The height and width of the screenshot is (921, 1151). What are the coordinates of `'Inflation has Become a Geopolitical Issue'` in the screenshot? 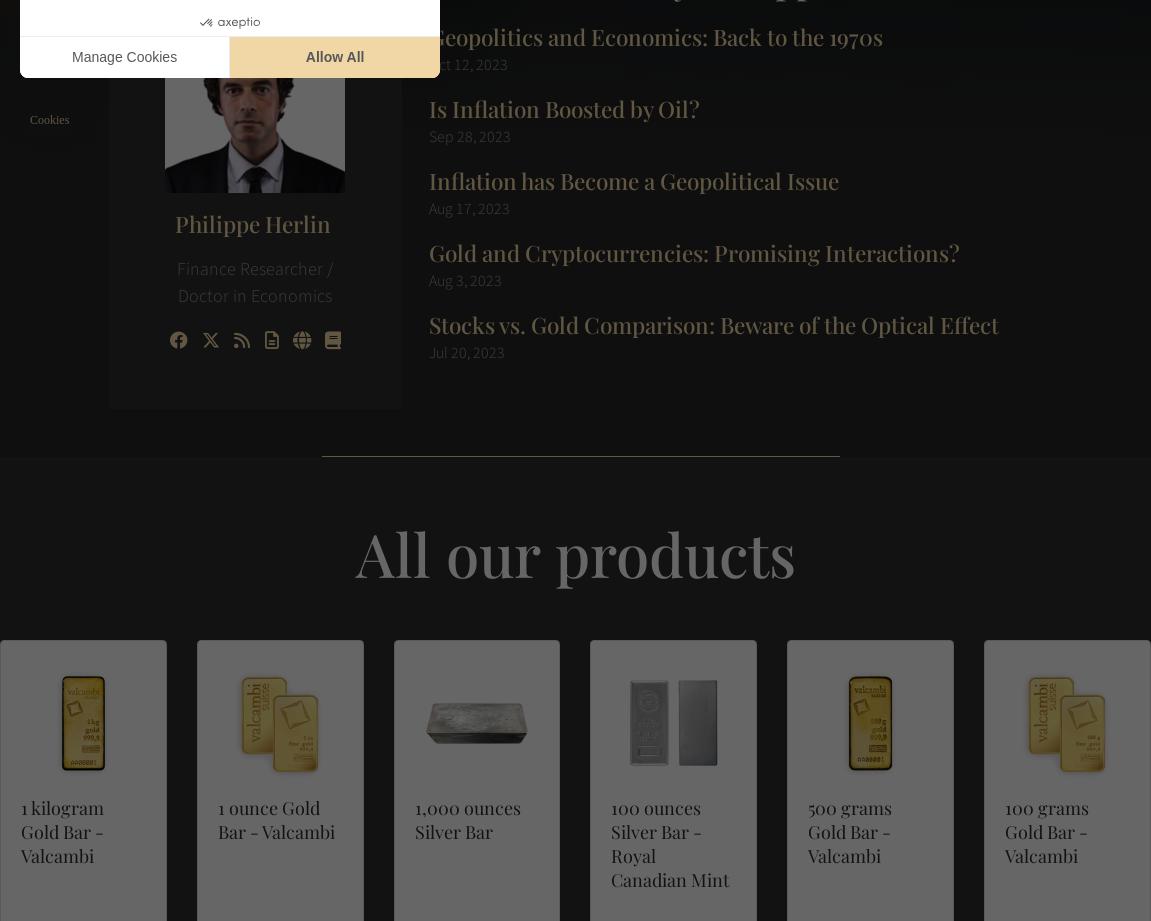 It's located at (633, 178).